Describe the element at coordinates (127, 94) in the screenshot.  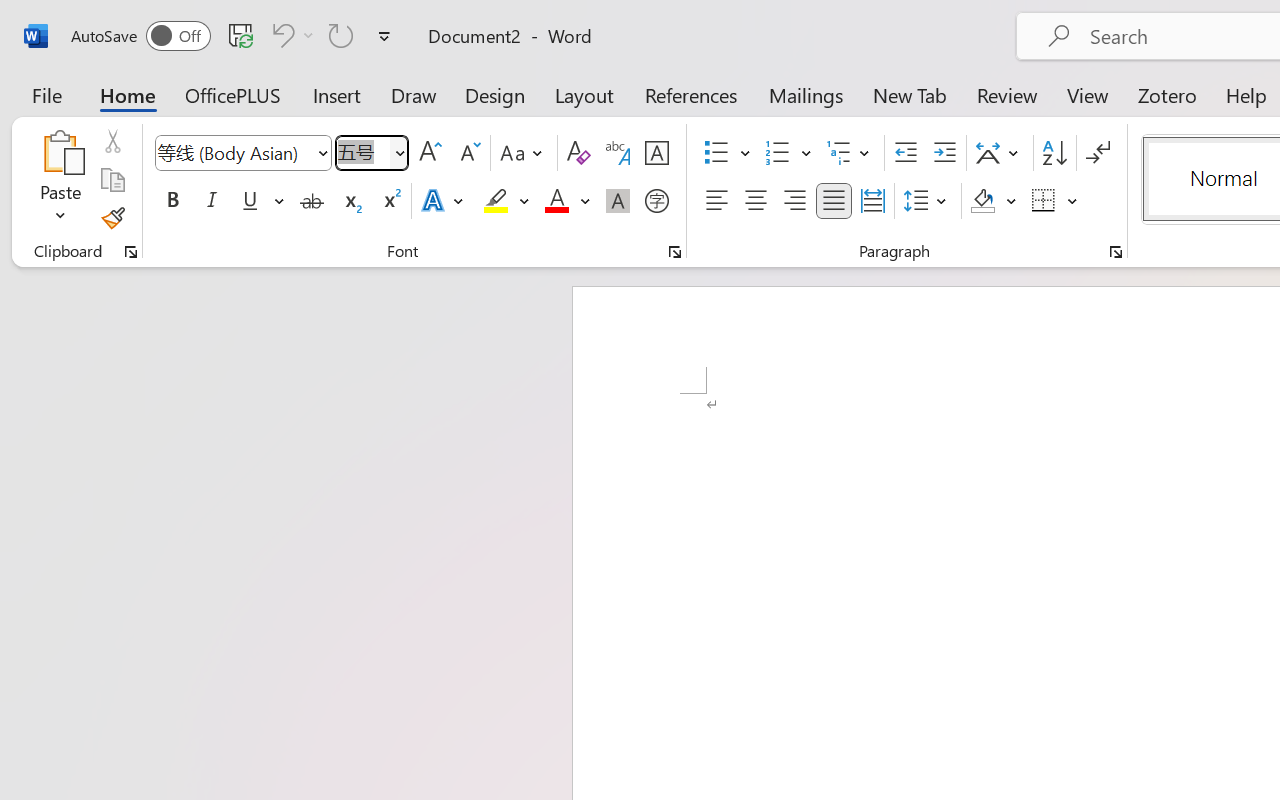
I see `'Home'` at that location.